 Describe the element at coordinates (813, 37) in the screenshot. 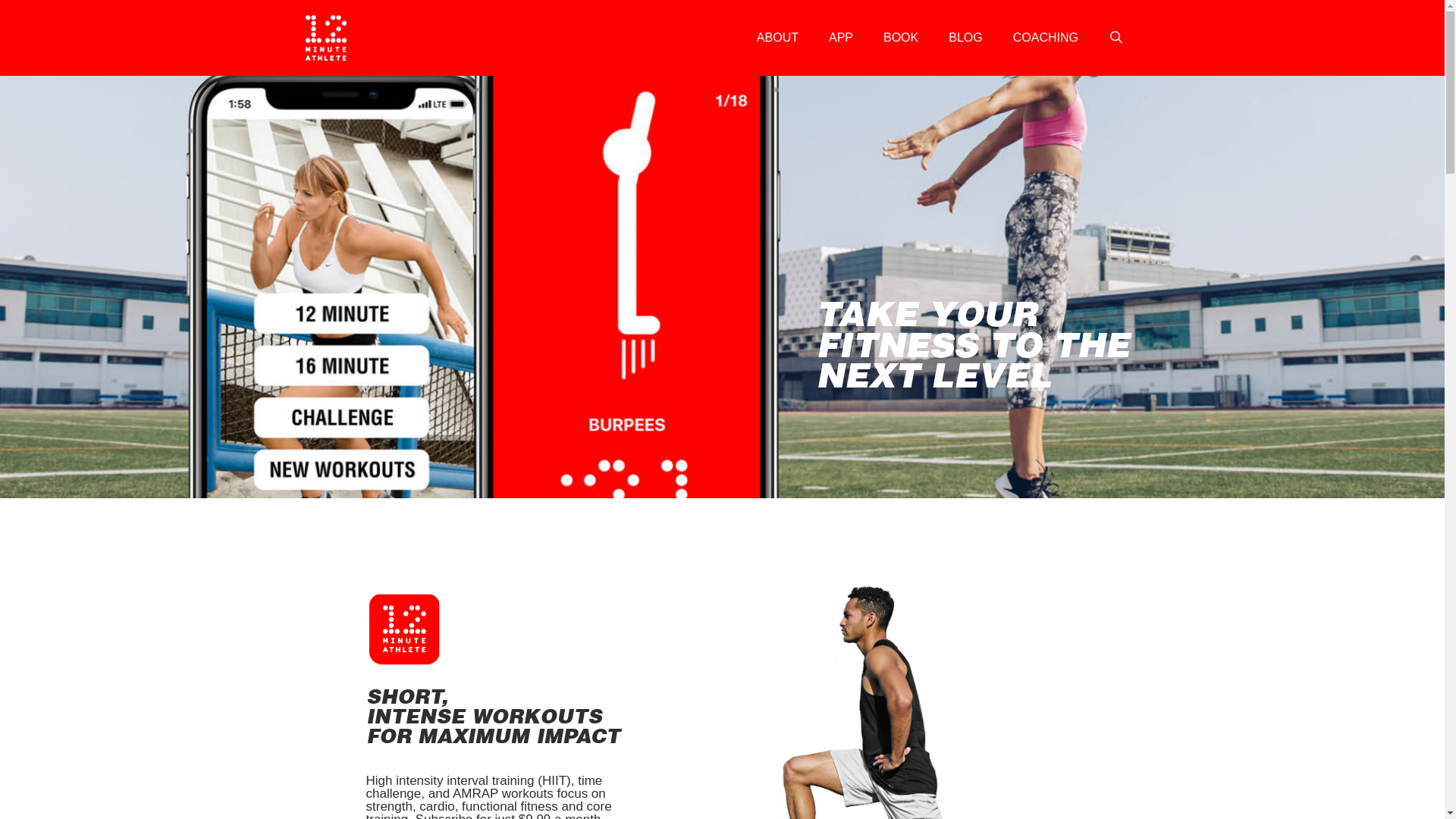

I see `'APP'` at that location.